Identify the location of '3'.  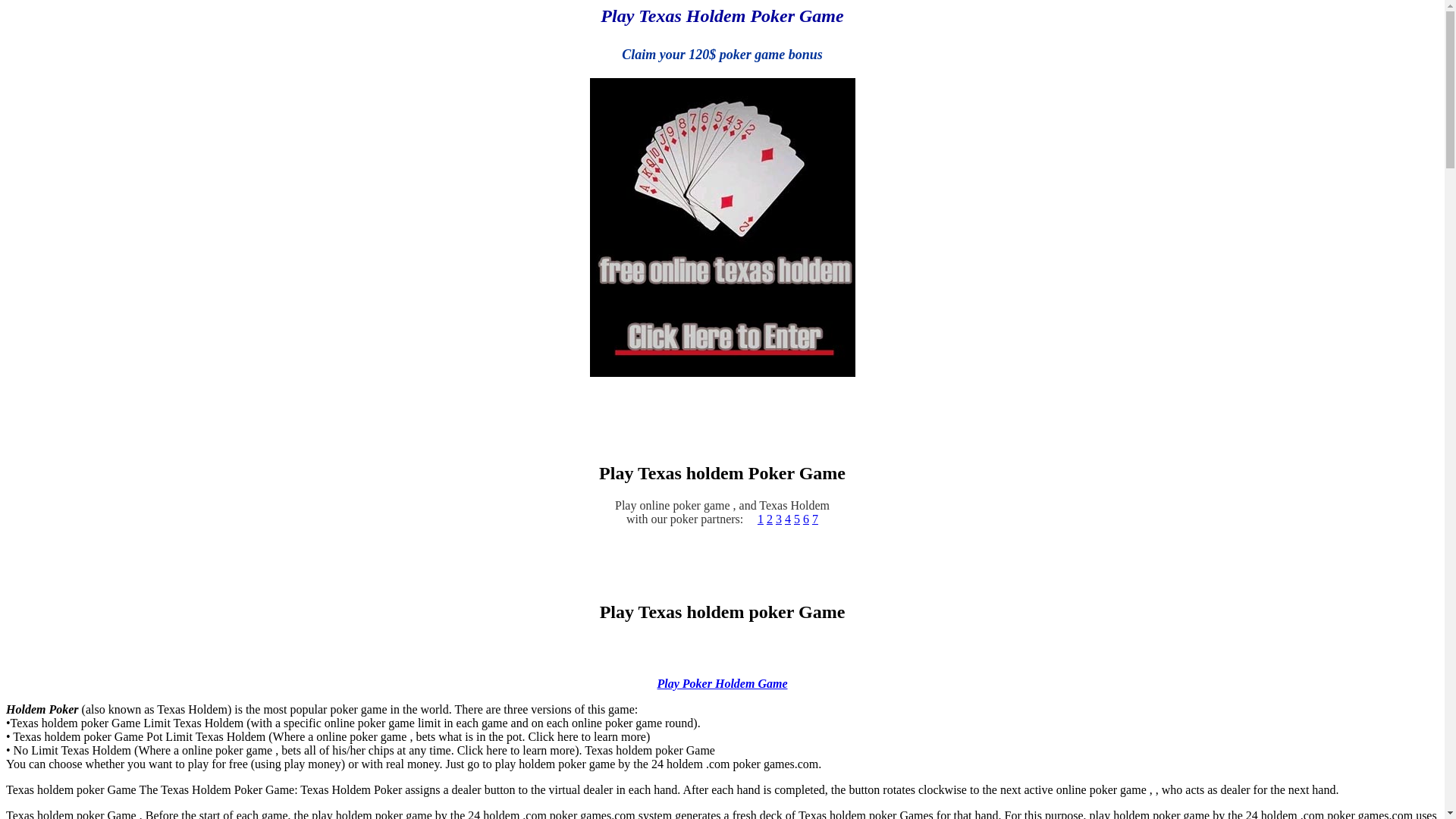
(779, 518).